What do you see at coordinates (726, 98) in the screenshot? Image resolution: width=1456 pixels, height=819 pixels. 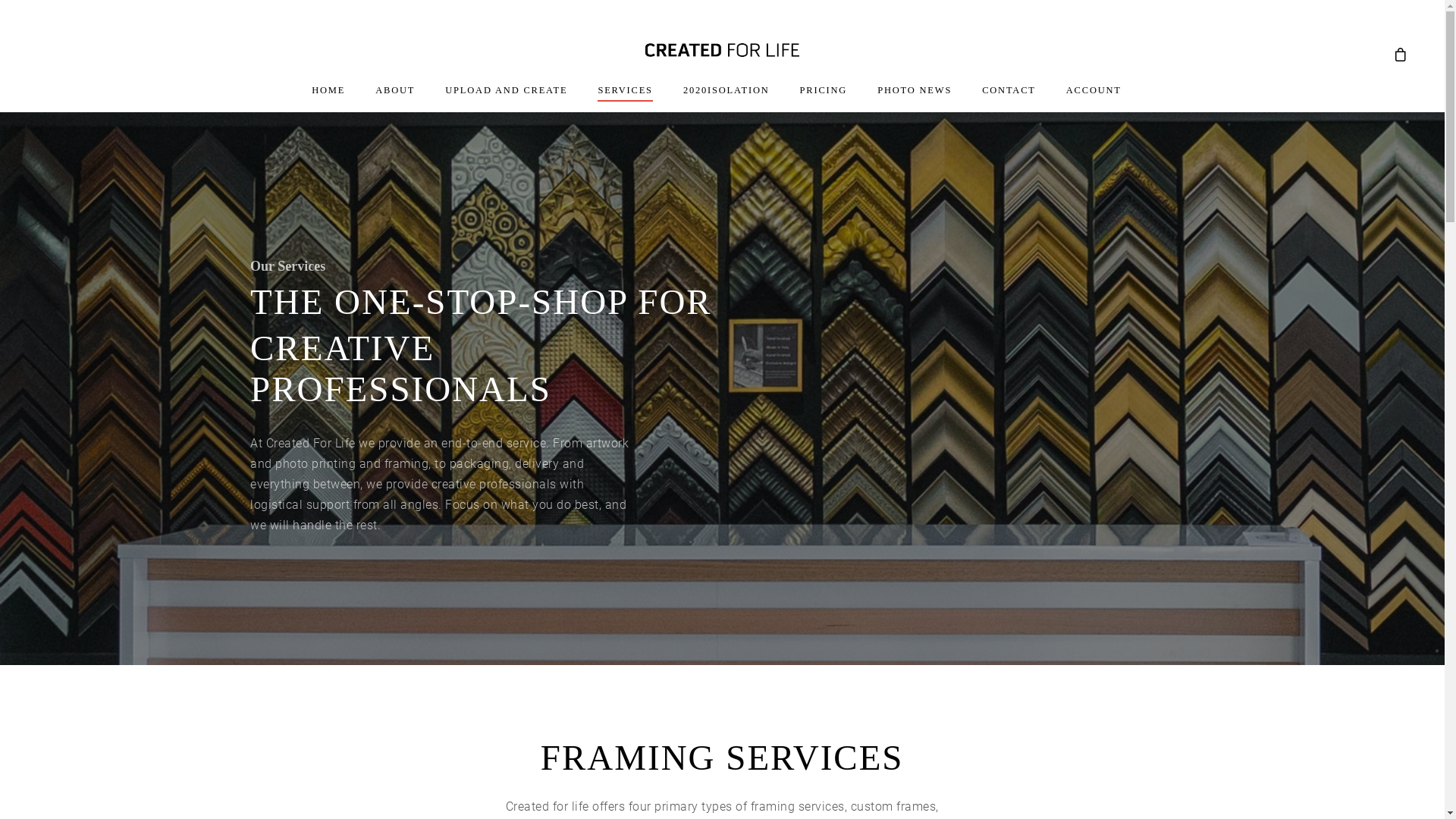 I see `'2020ISOLATION'` at bounding box center [726, 98].